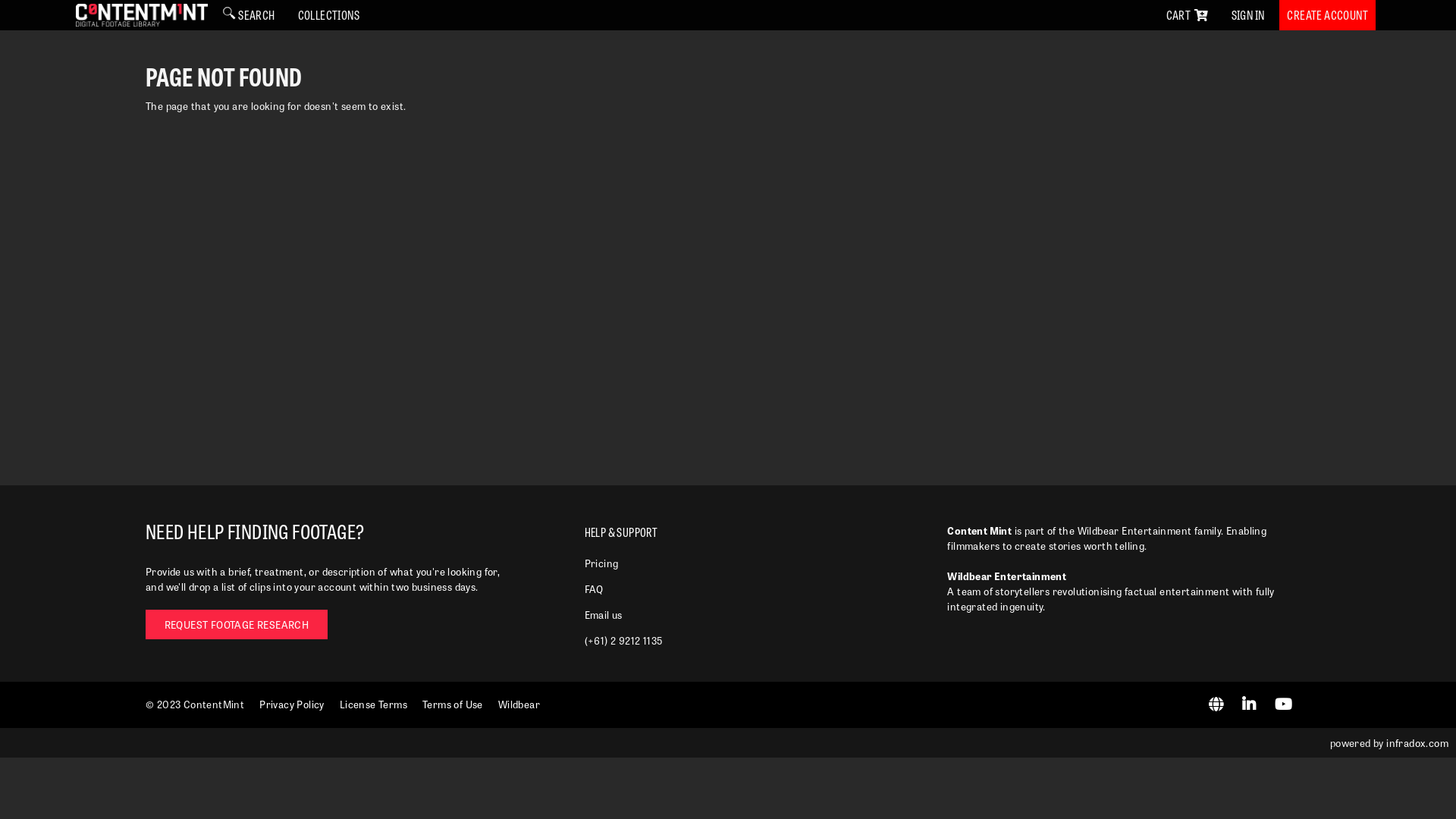 This screenshot has width=1456, height=819. Describe the element at coordinates (248, 14) in the screenshot. I see `'SEARCH'` at that location.